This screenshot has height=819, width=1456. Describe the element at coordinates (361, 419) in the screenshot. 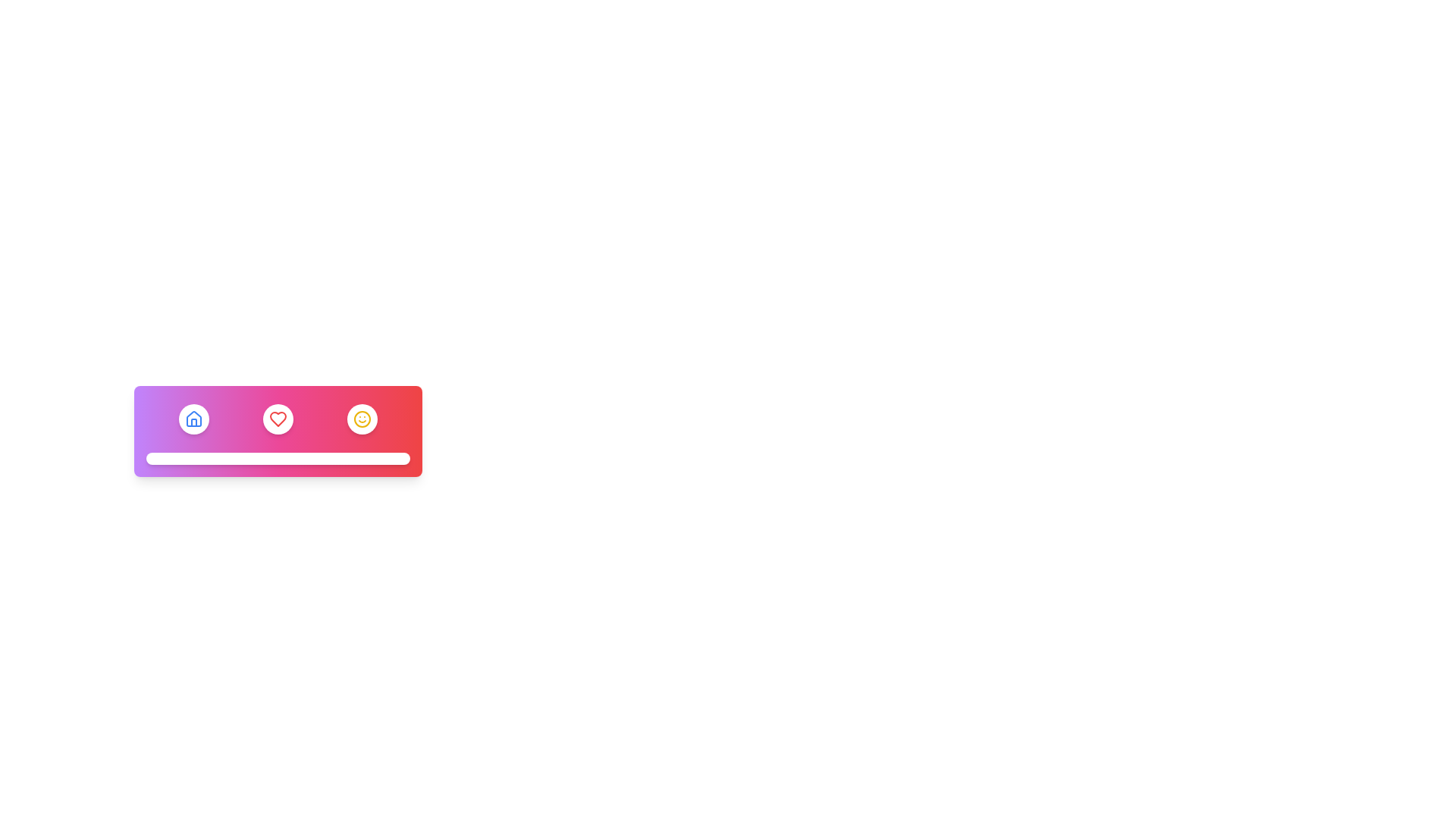

I see `the circular smiley face SVG icon with a yellow outline located on the rightmost side of the gradient-colored rectangular bar at the bottom of the layout` at that location.